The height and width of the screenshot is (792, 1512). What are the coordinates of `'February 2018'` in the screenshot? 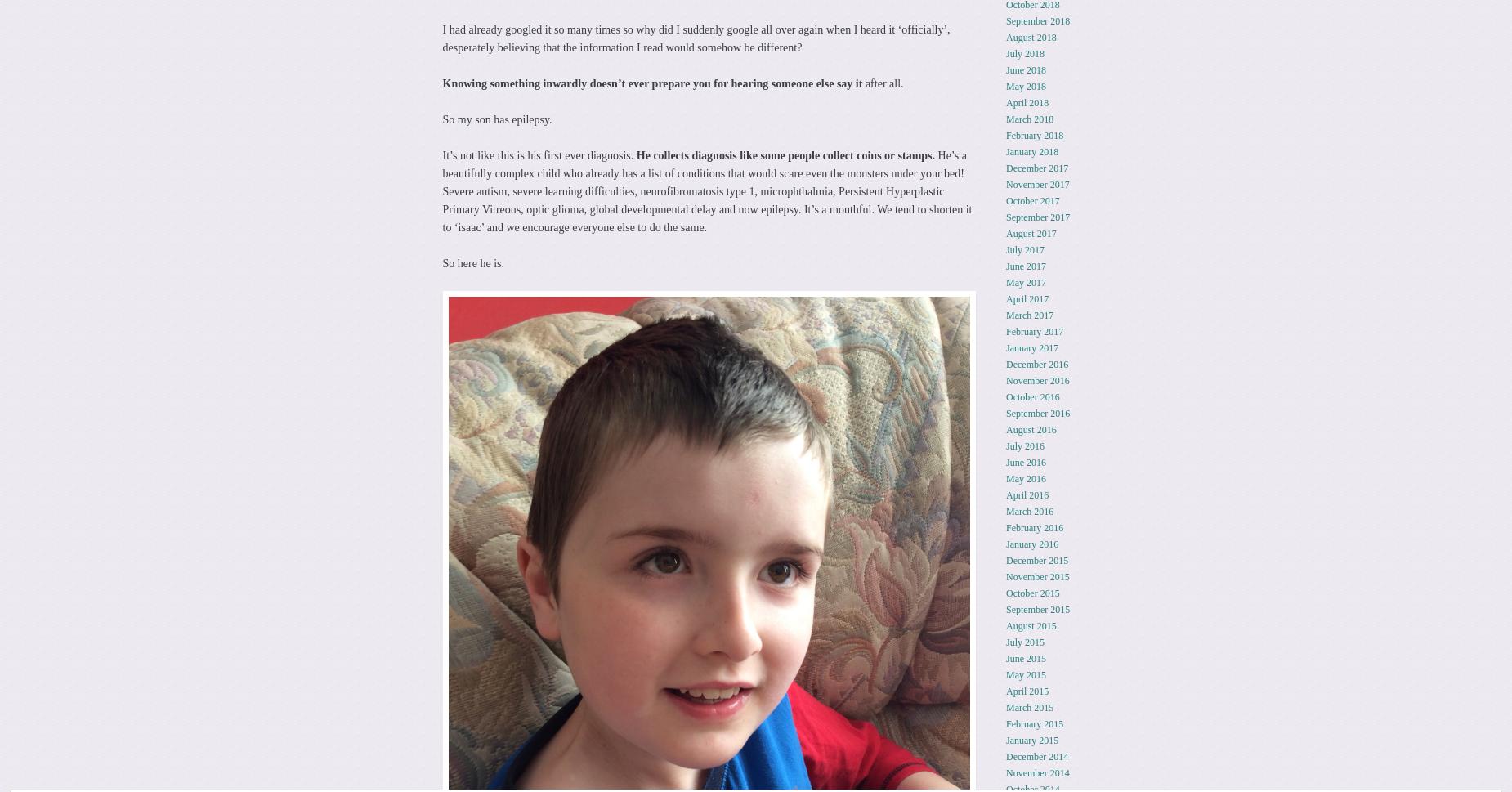 It's located at (1004, 134).